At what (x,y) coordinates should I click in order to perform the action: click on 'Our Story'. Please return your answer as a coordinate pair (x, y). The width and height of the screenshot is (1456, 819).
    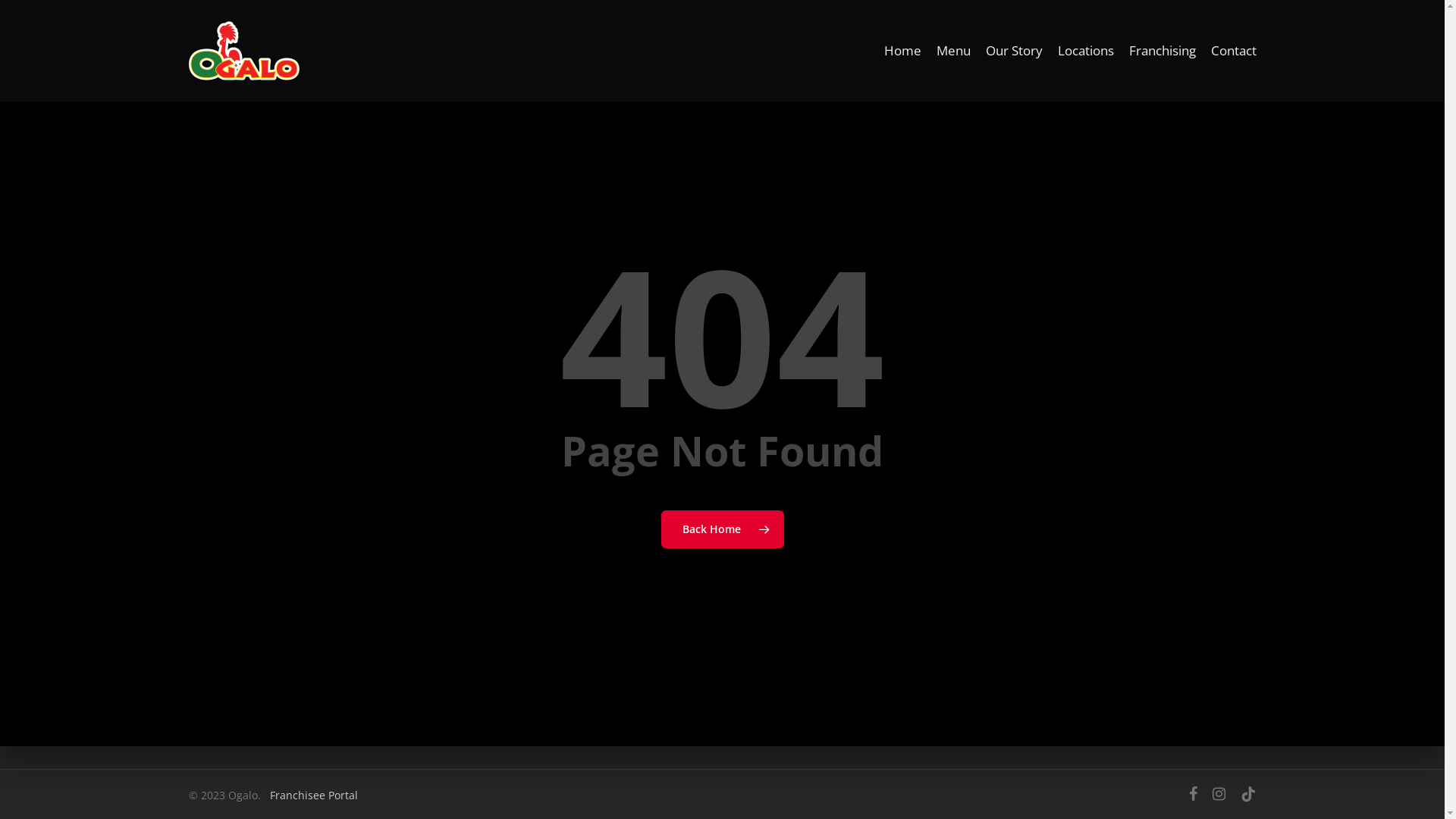
    Looking at the image, I should click on (1014, 49).